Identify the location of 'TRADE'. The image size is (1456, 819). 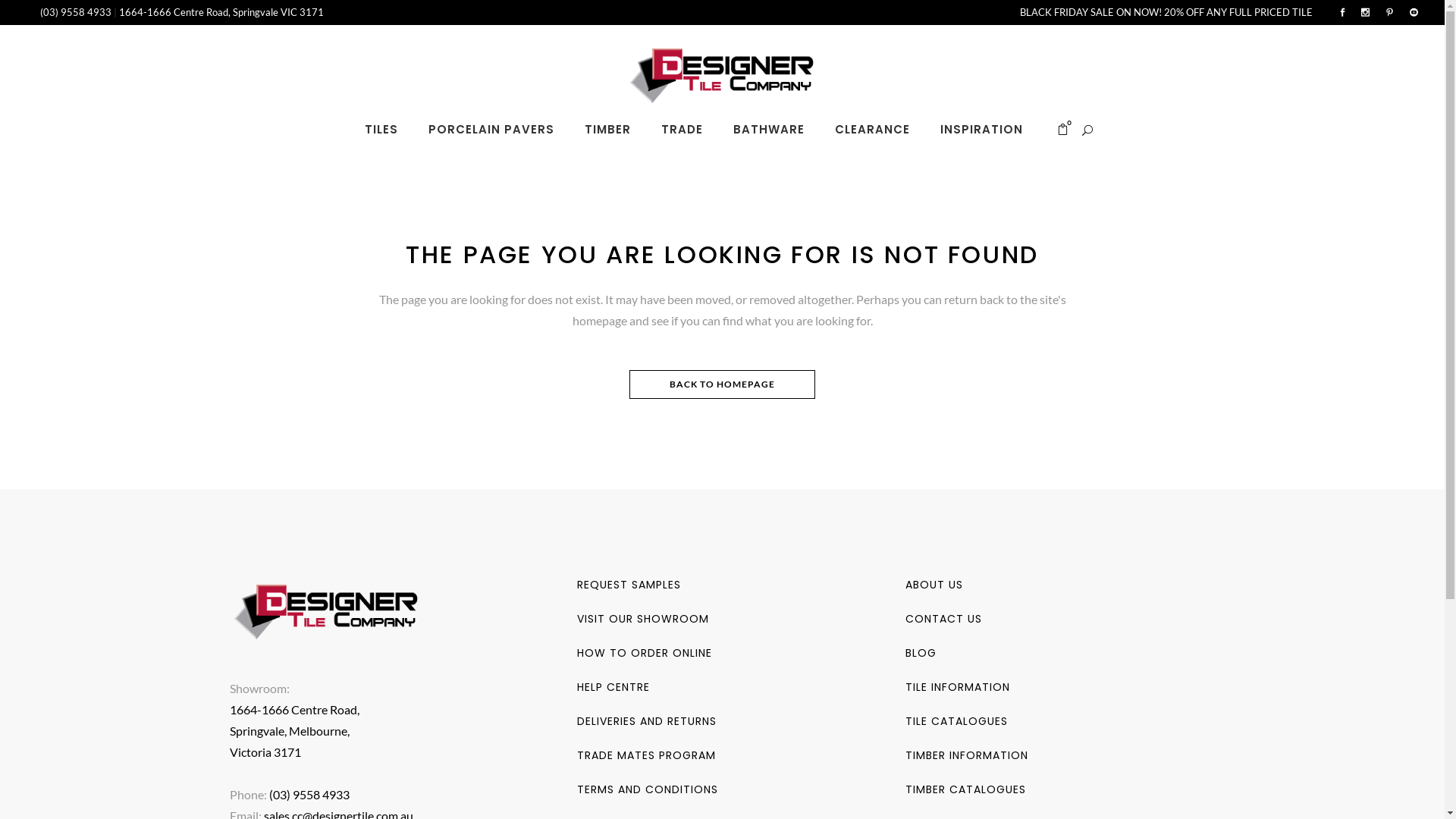
(681, 128).